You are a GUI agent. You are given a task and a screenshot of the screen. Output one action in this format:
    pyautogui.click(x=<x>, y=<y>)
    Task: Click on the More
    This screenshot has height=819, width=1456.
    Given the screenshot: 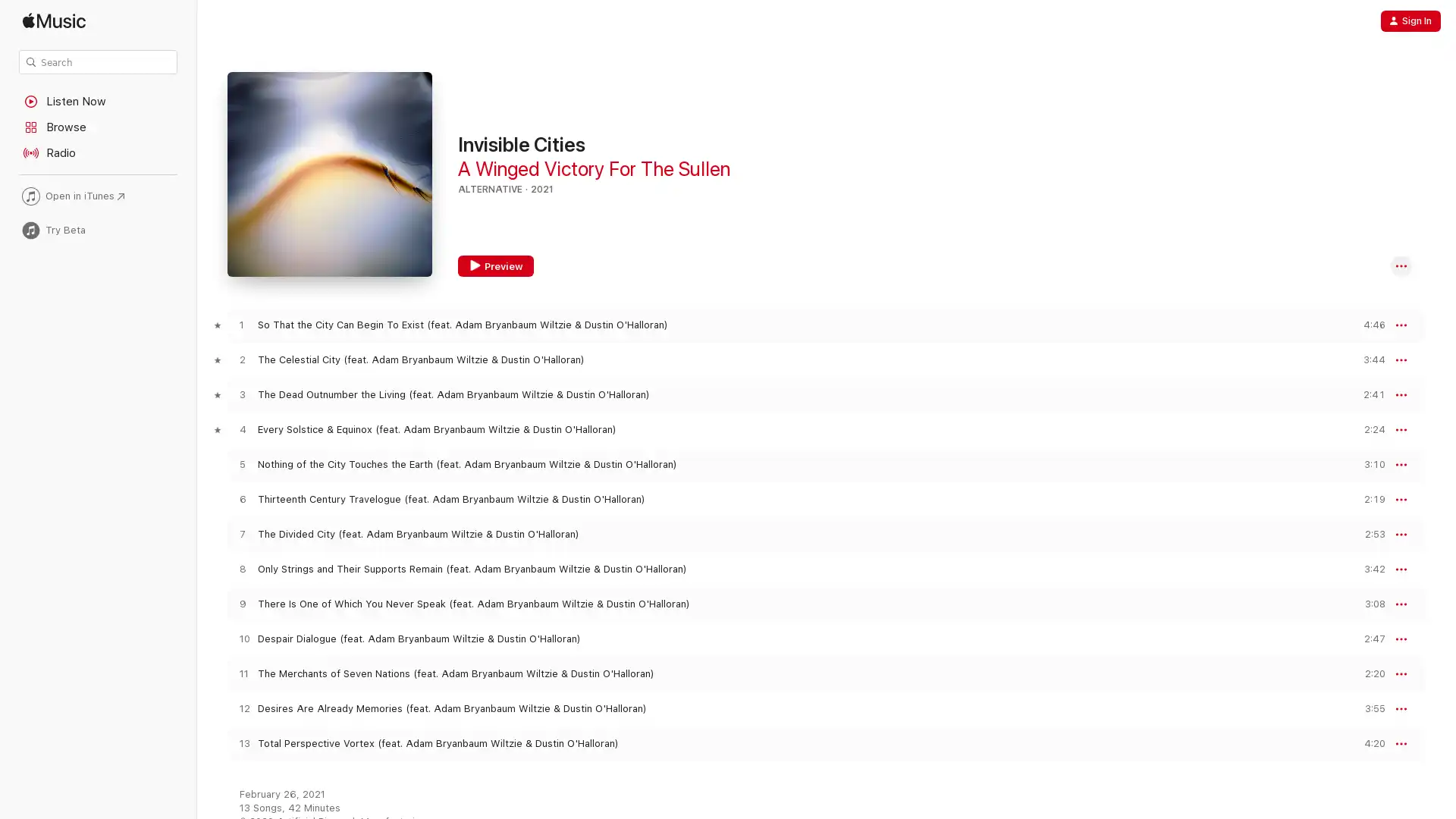 What is the action you would take?
    pyautogui.click(x=1401, y=570)
    